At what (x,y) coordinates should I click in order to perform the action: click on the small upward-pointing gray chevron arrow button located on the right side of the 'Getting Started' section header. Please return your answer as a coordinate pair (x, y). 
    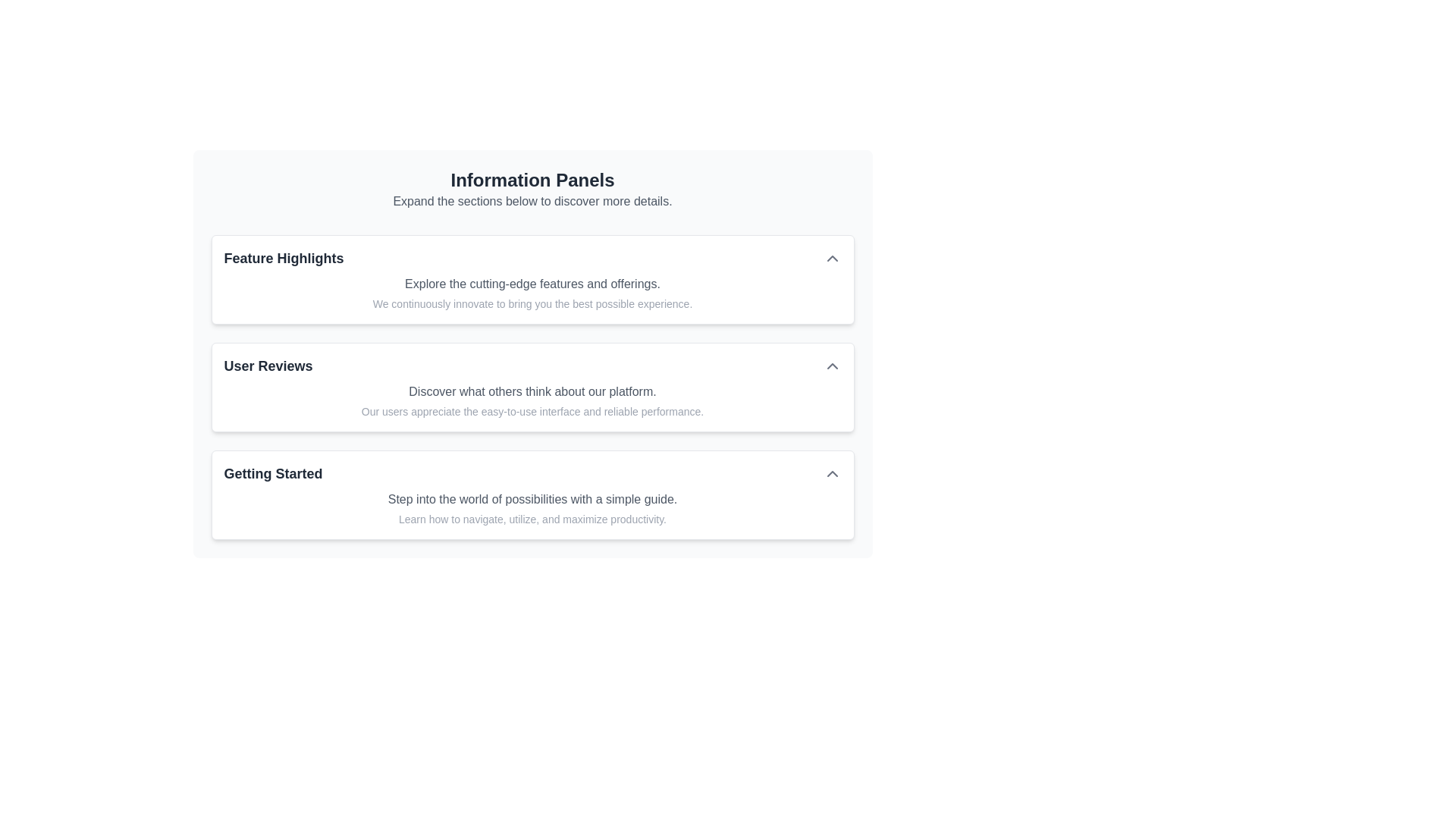
    Looking at the image, I should click on (831, 472).